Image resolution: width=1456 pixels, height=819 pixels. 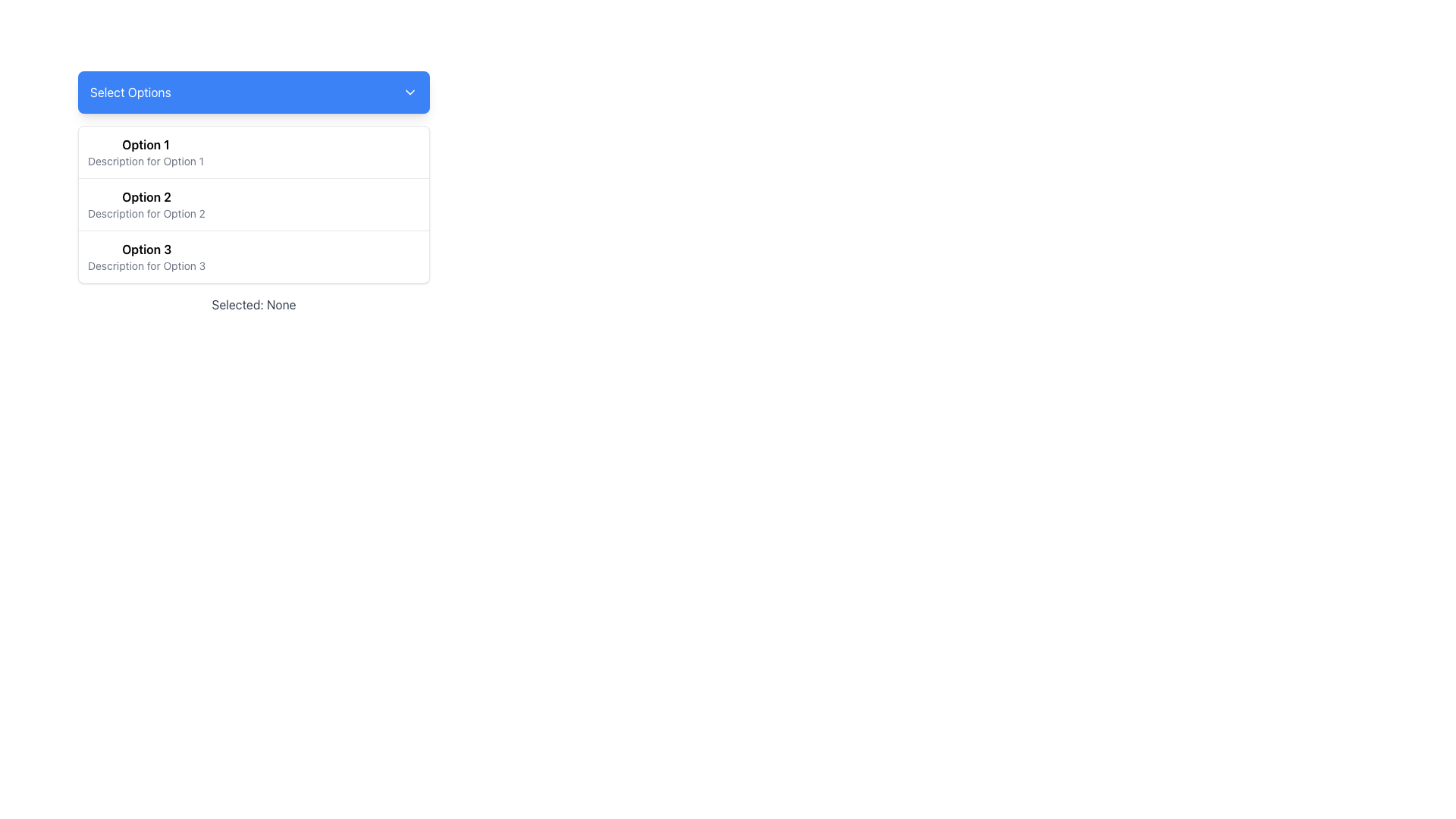 What do you see at coordinates (254, 203) in the screenshot?
I see `the second list item in the dropdown menu labeled 'Option 2'` at bounding box center [254, 203].